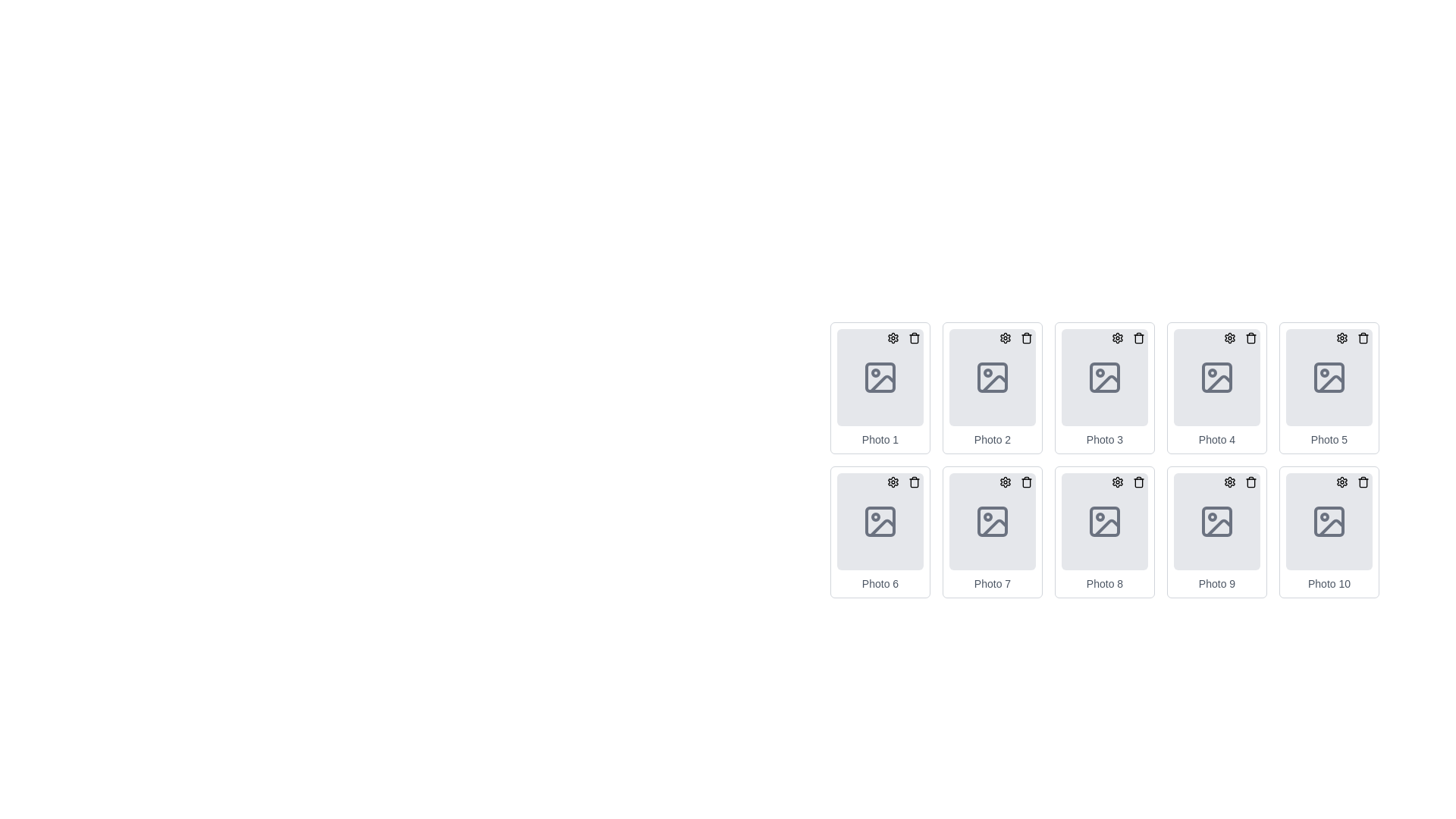 The image size is (1456, 819). Describe the element at coordinates (903, 482) in the screenshot. I see `the trash can icon in the icon group at the top-right corner of the 'Photo 6' card` at that location.